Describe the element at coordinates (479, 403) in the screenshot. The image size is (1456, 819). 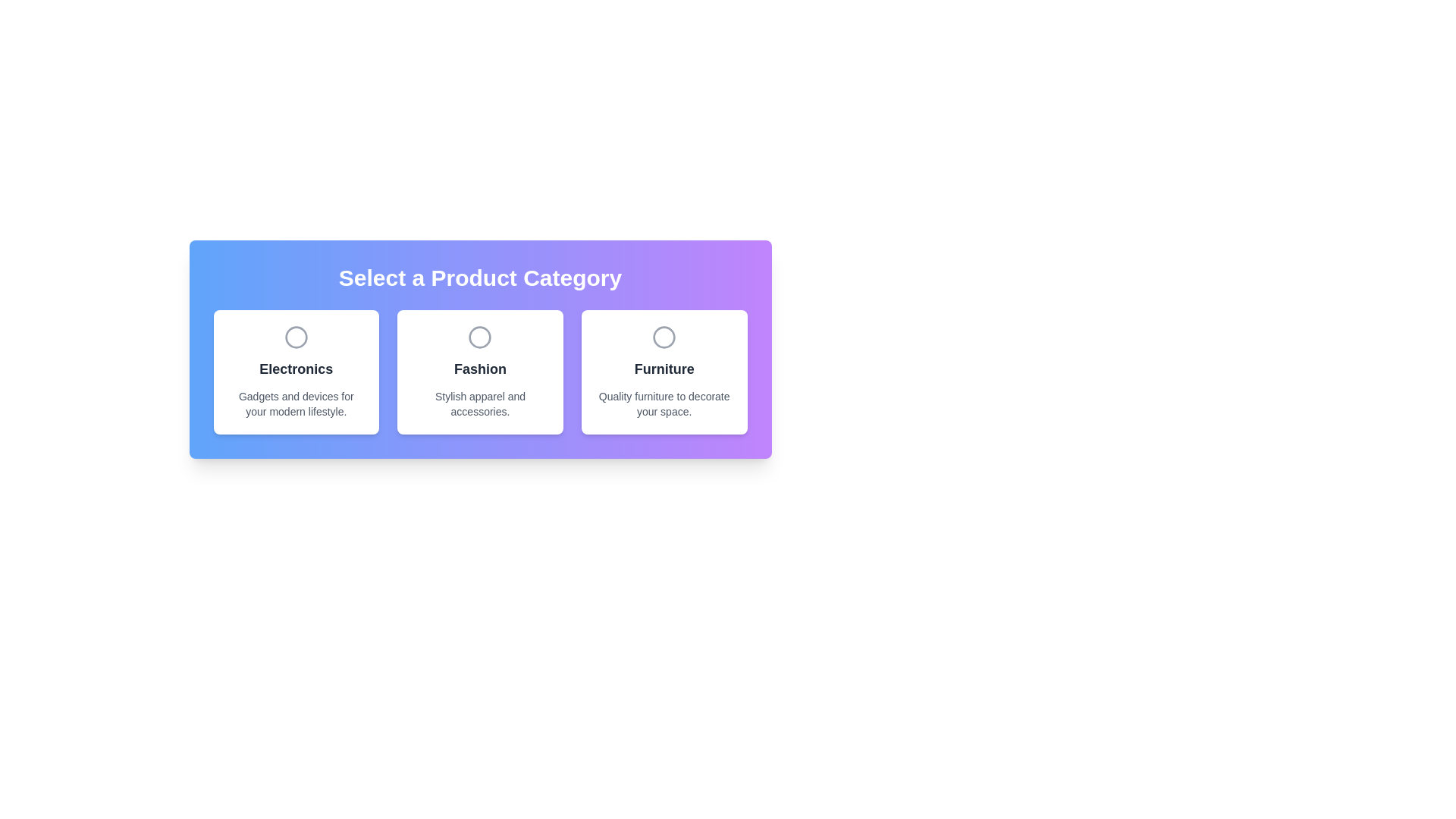
I see `the text element that describes the contents of the 'Fashion' category` at that location.